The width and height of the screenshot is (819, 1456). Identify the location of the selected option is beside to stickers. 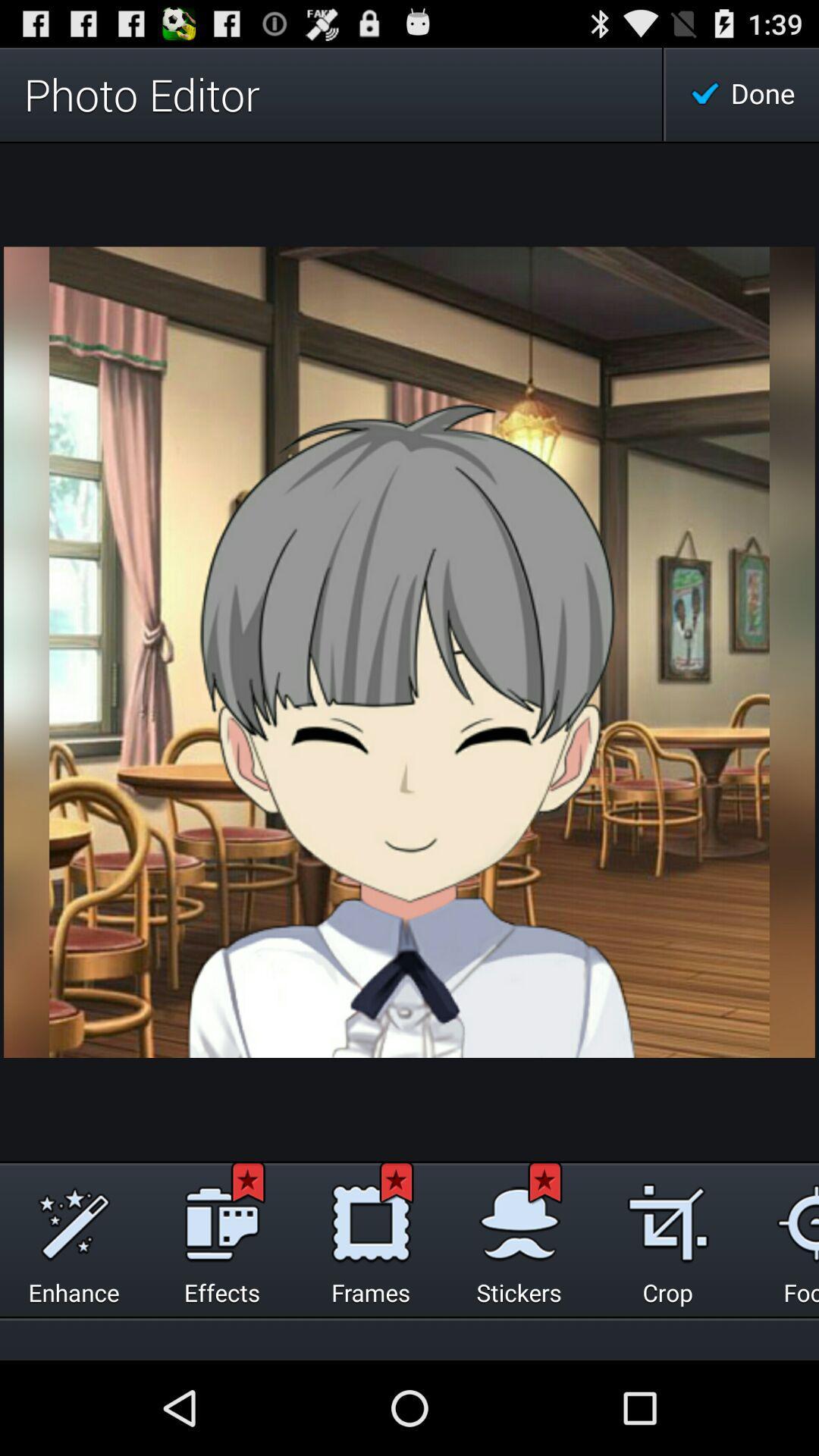
(667, 1219).